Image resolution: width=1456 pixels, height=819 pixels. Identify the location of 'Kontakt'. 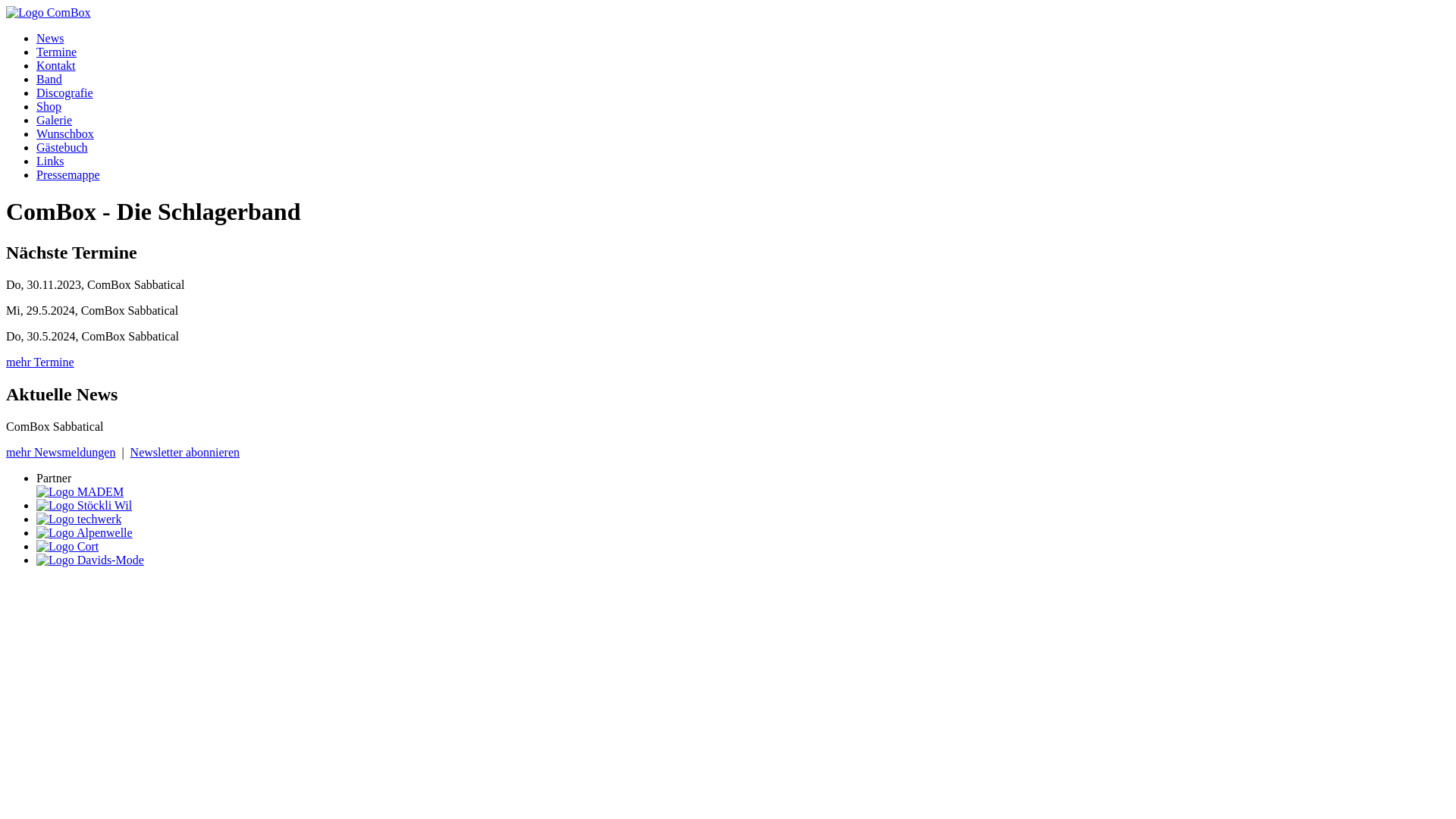
(36, 64).